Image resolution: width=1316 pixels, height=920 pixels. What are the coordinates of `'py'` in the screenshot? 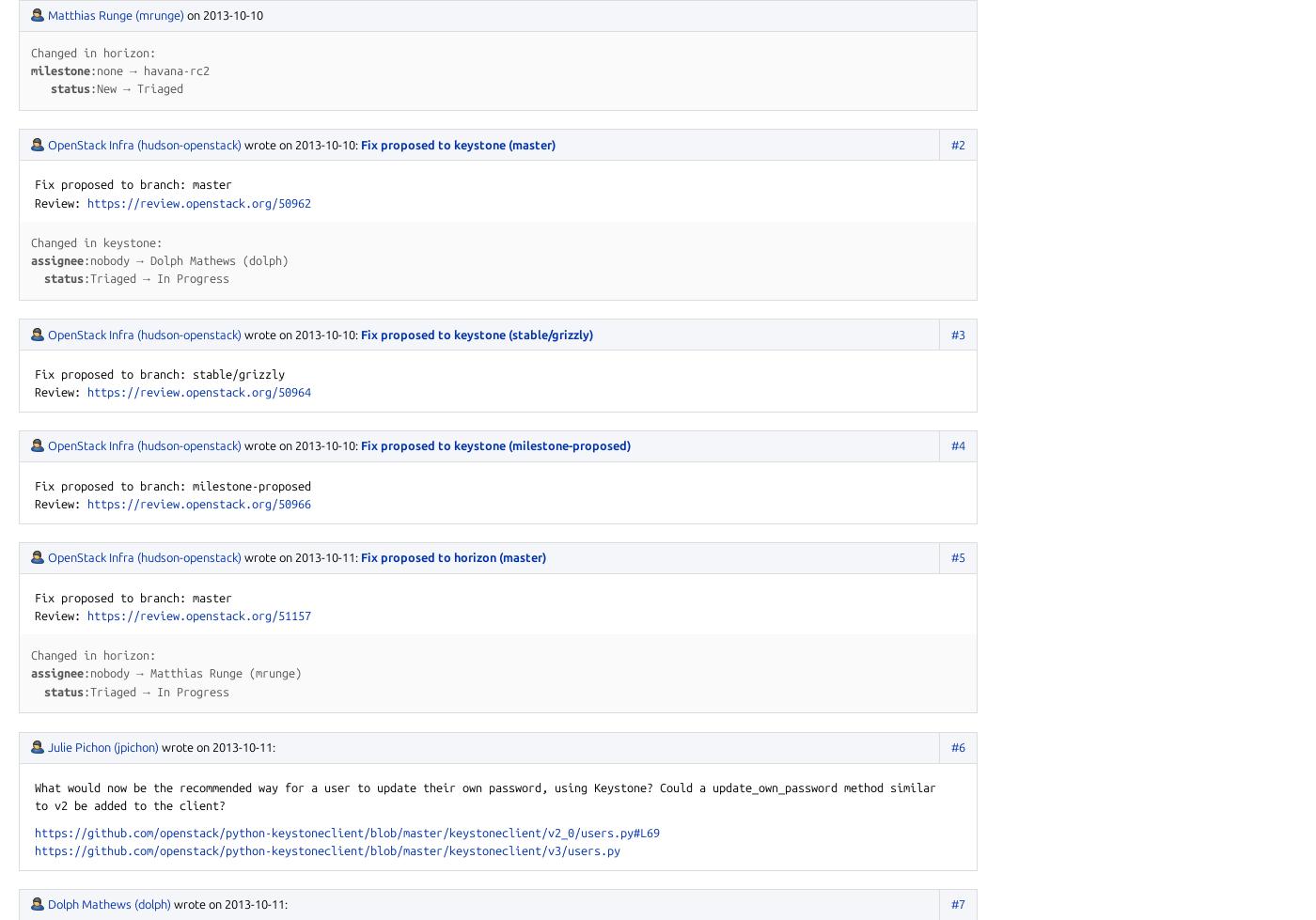 It's located at (613, 849).